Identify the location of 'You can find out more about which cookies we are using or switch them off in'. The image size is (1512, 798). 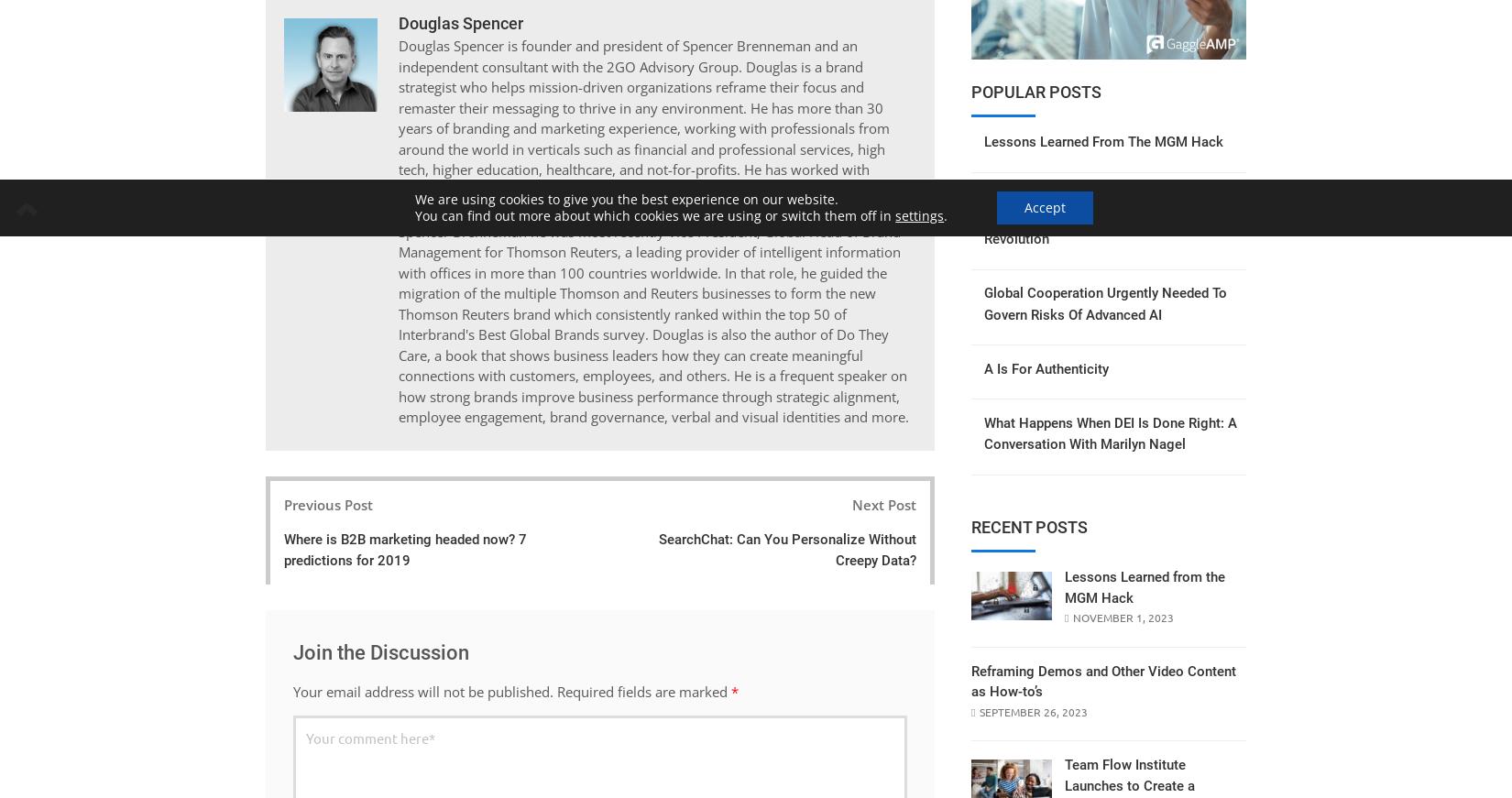
(653, 215).